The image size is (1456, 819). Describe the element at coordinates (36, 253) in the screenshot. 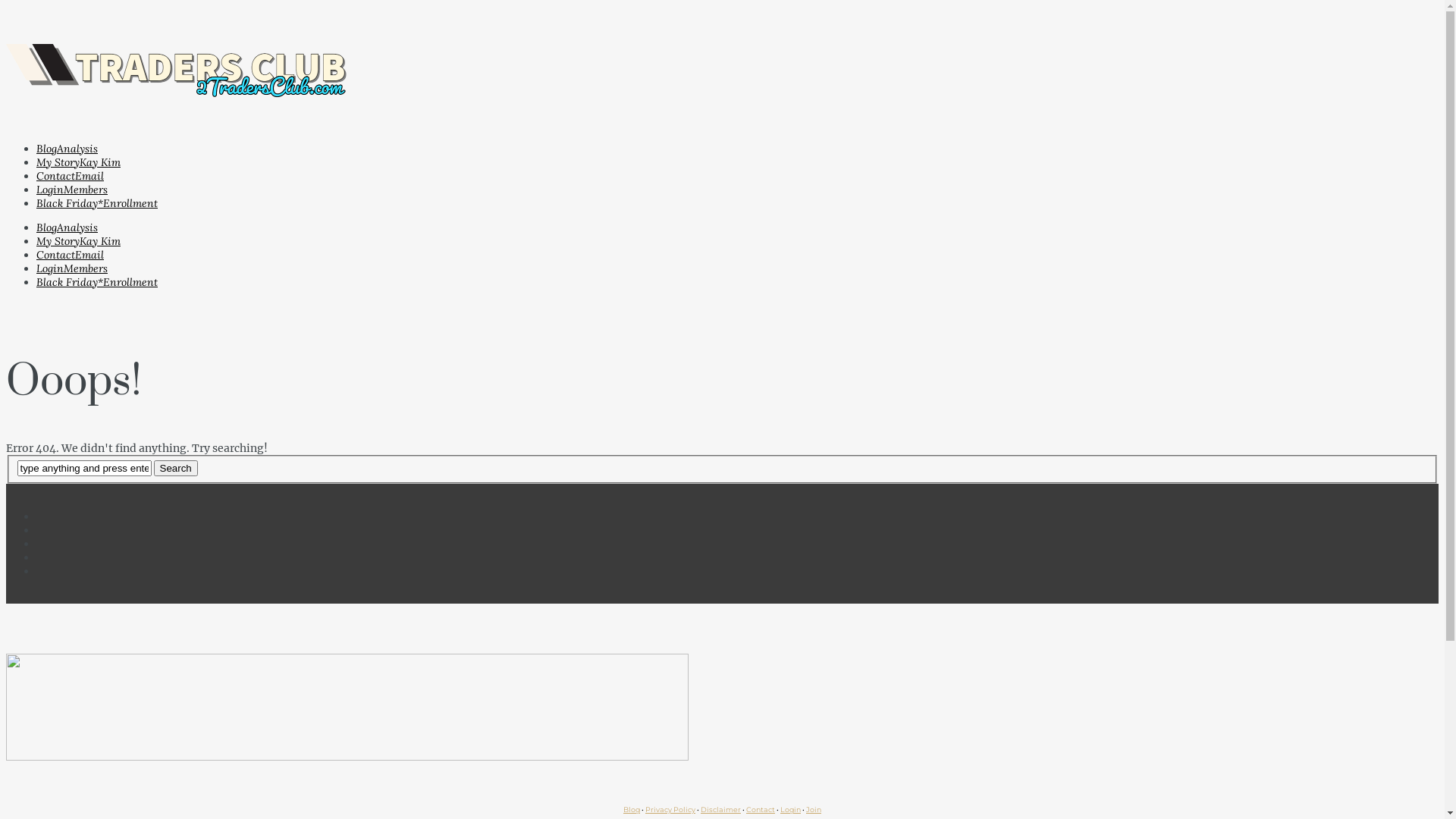

I see `'ContactEmail'` at that location.